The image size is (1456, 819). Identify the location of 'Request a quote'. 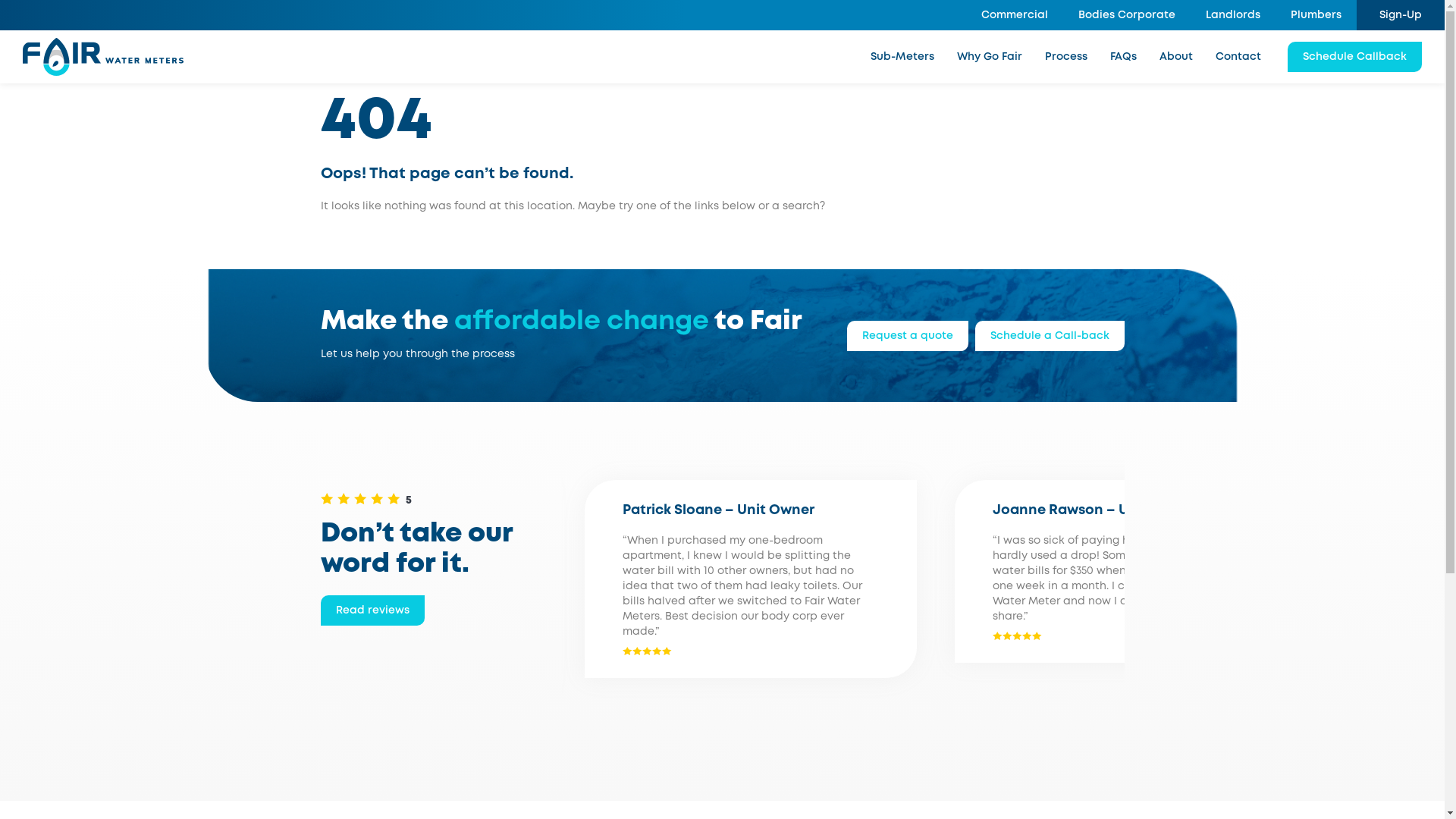
(906, 334).